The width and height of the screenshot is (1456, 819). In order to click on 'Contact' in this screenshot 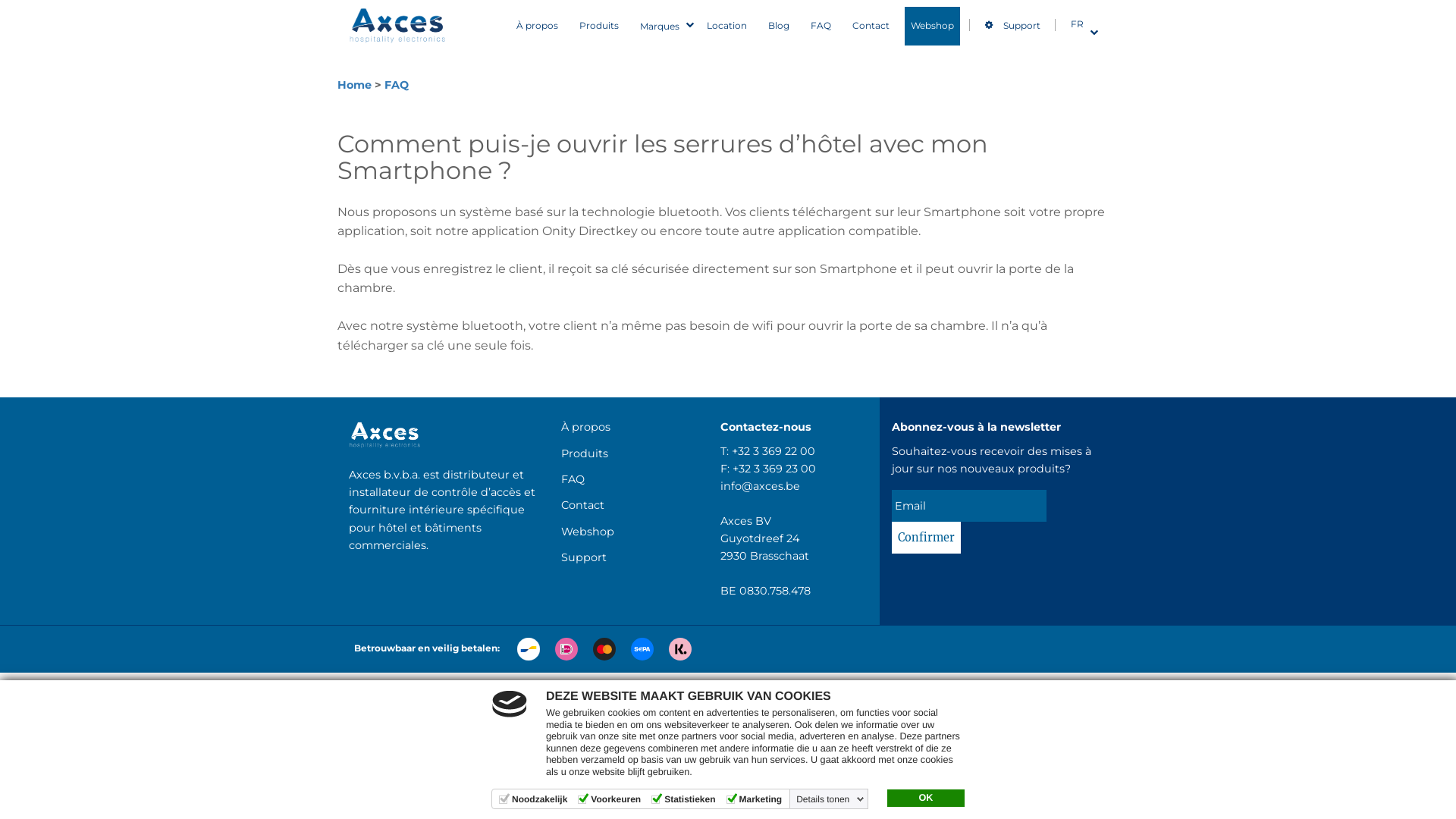, I will do `click(871, 26)`.